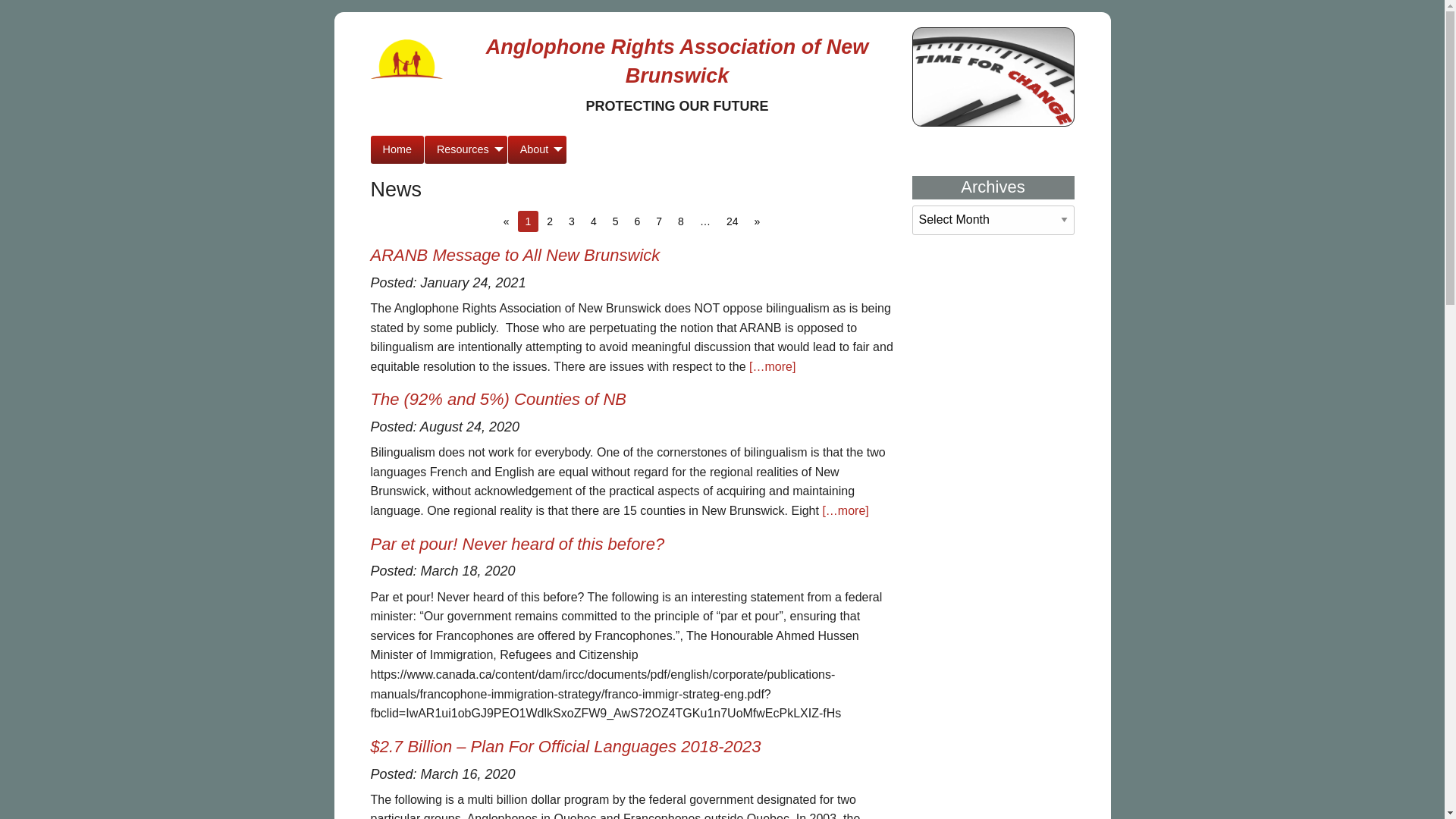 The width and height of the screenshot is (1456, 819). What do you see at coordinates (582, 221) in the screenshot?
I see `'4'` at bounding box center [582, 221].